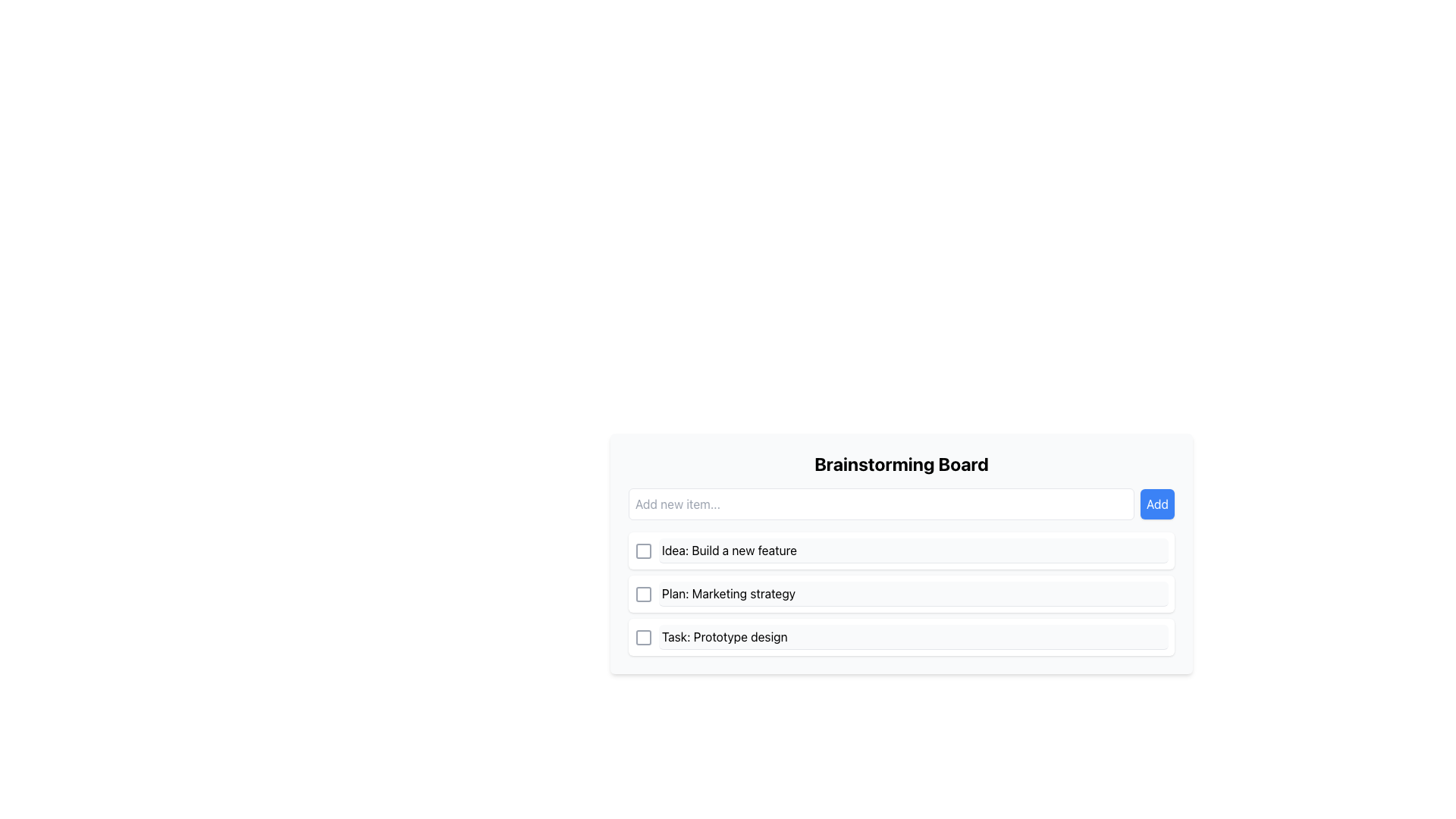  What do you see at coordinates (644, 637) in the screenshot?
I see `the gray square icon that serves as a visual marker for the 'Task: Prototype design' task item, located near the bottom of the brainstorming board` at bounding box center [644, 637].